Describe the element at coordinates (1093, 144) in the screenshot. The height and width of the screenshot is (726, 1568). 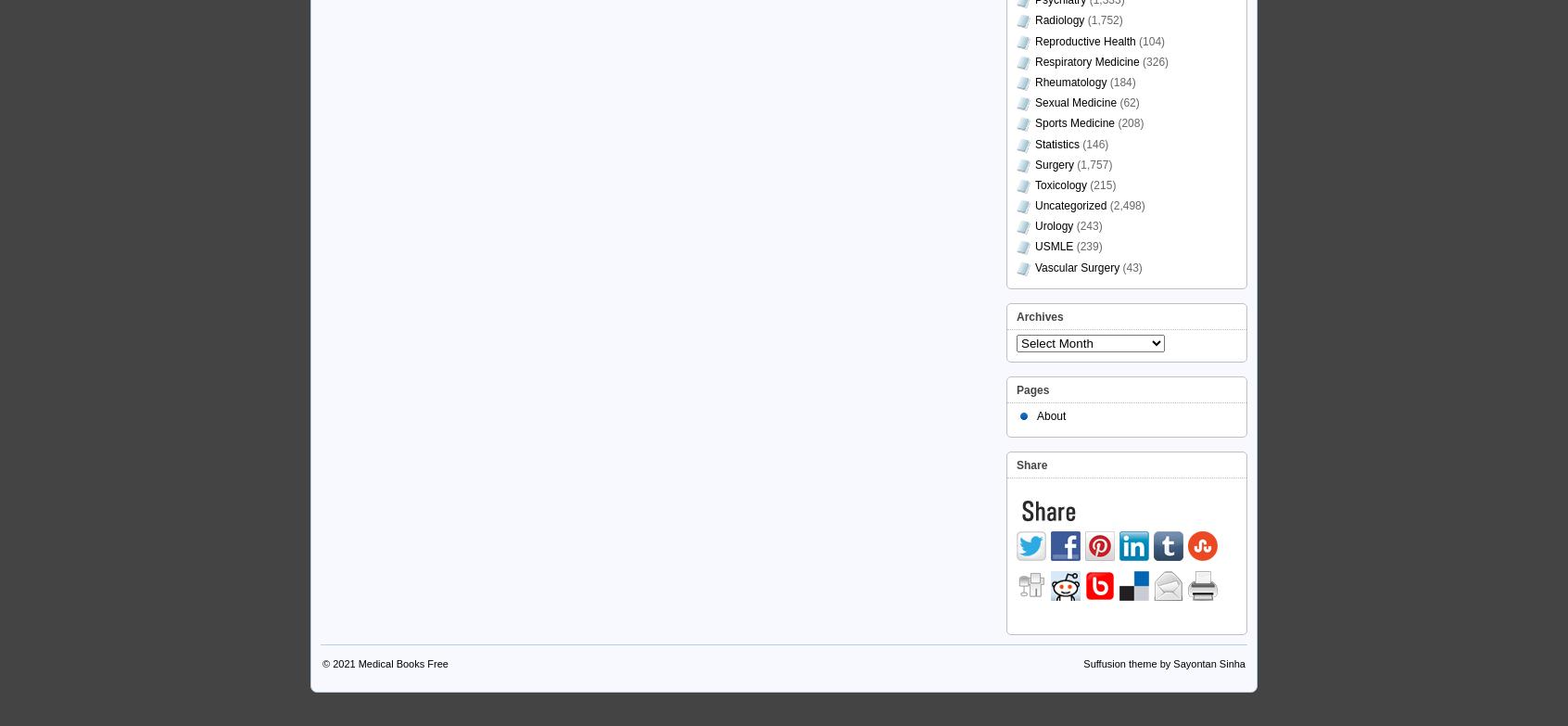
I see `'(146)'` at that location.